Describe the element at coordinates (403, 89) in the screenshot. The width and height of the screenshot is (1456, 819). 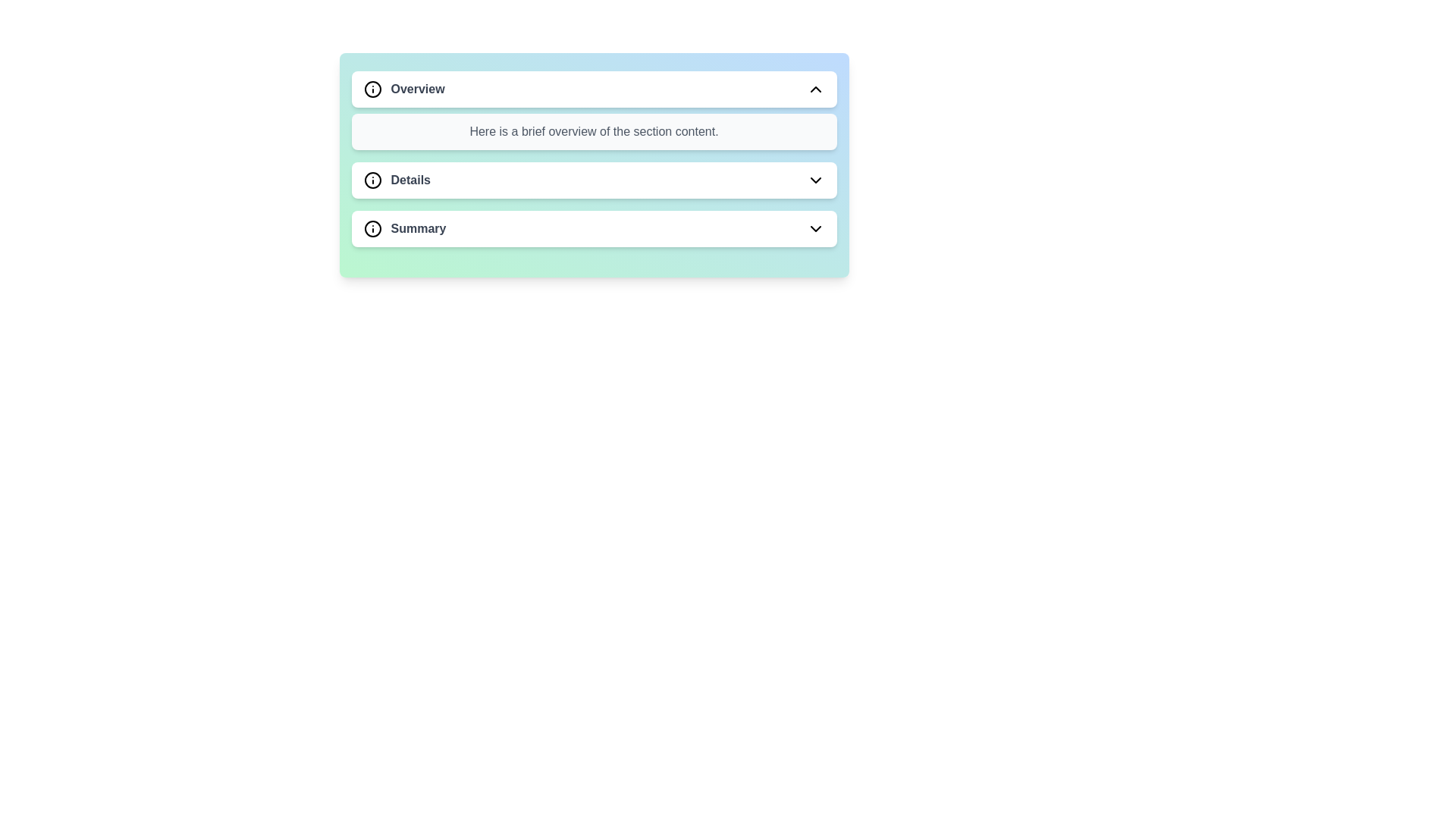
I see `the 'Overview' Text Label with Icon, which is the first item in a vertically stacked list of sections, styled in bold gray font with an information icon next to it` at that location.